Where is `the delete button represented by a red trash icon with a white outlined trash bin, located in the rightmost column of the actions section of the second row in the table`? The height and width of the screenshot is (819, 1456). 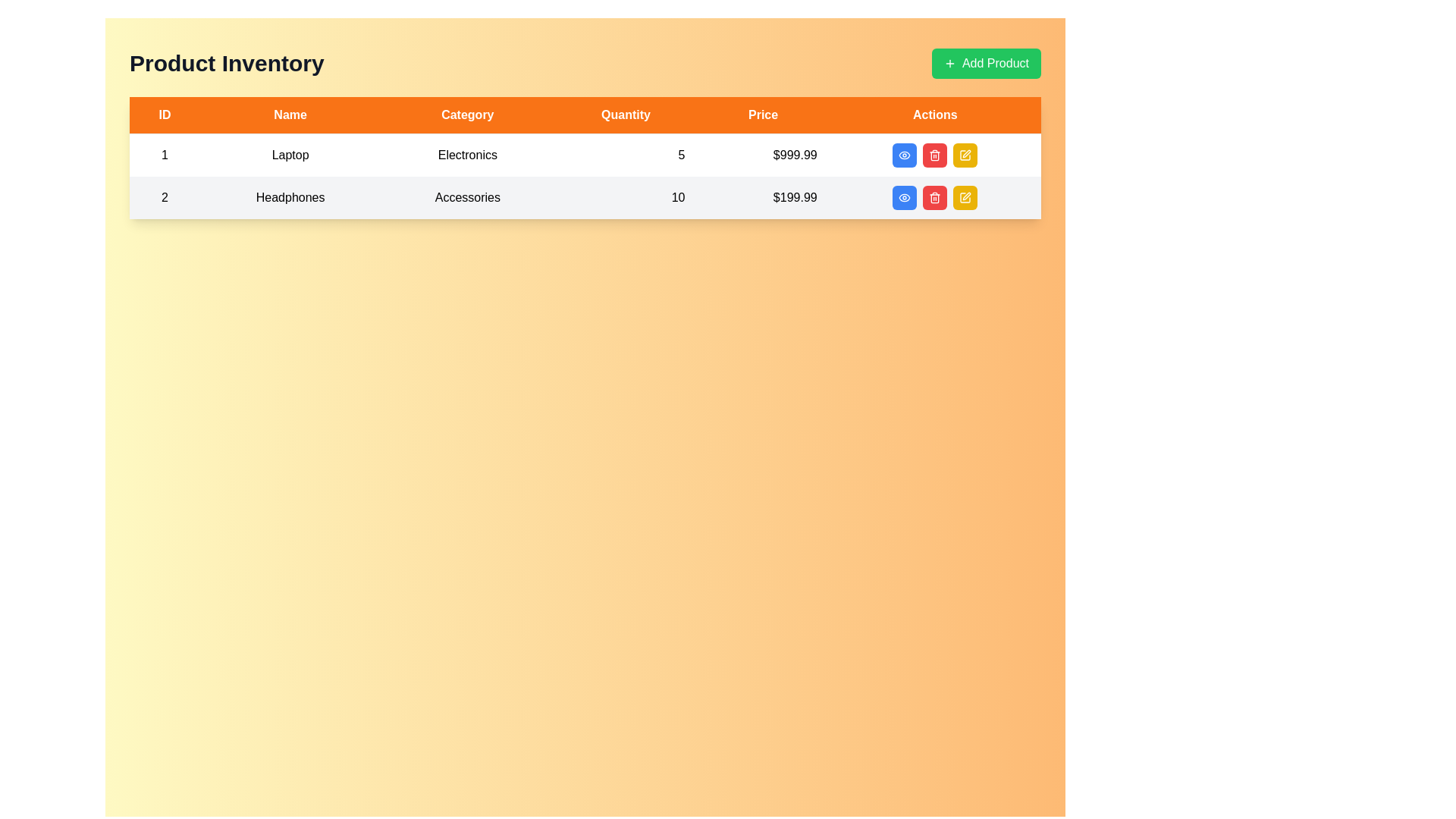 the delete button represented by a red trash icon with a white outlined trash bin, located in the rightmost column of the actions section of the second row in the table is located at coordinates (934, 197).